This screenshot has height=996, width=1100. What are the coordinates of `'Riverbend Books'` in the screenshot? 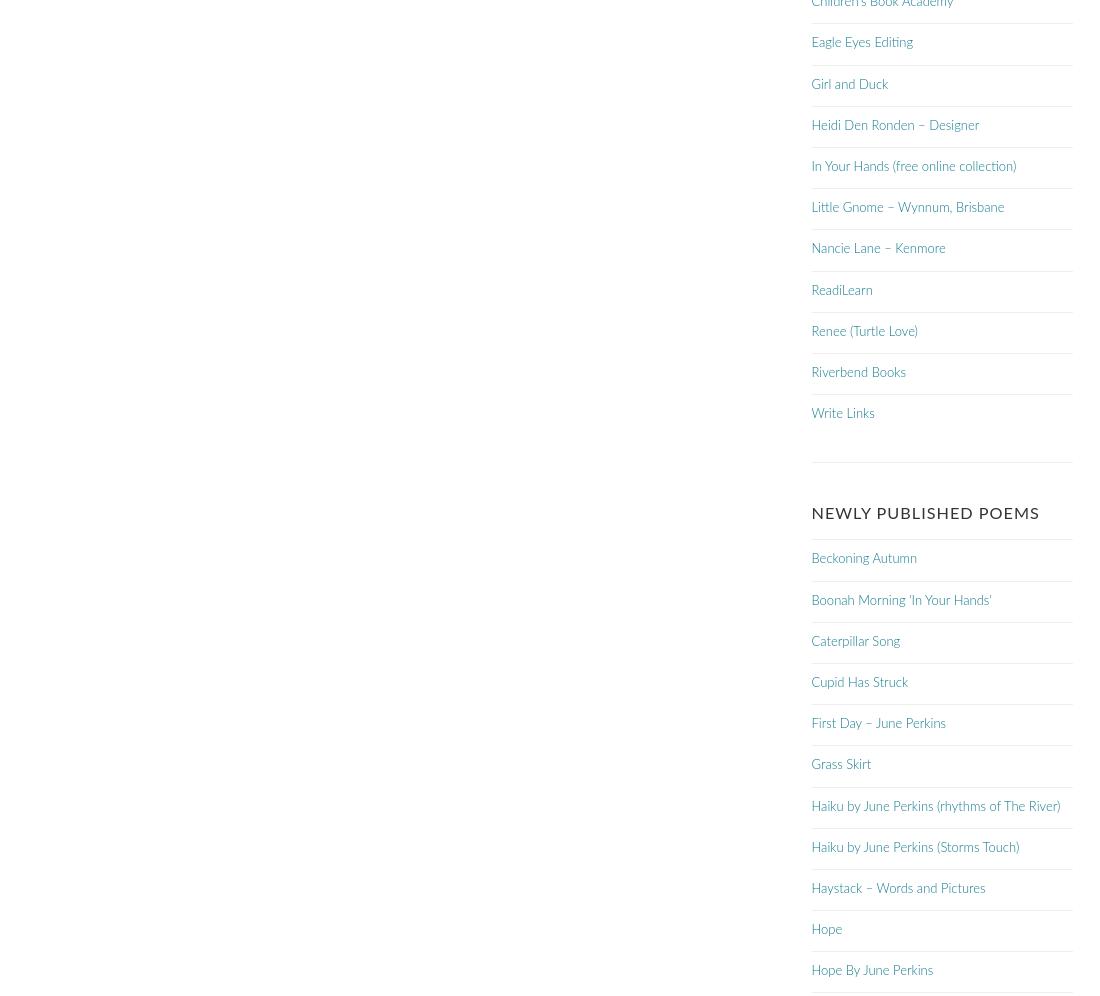 It's located at (811, 372).